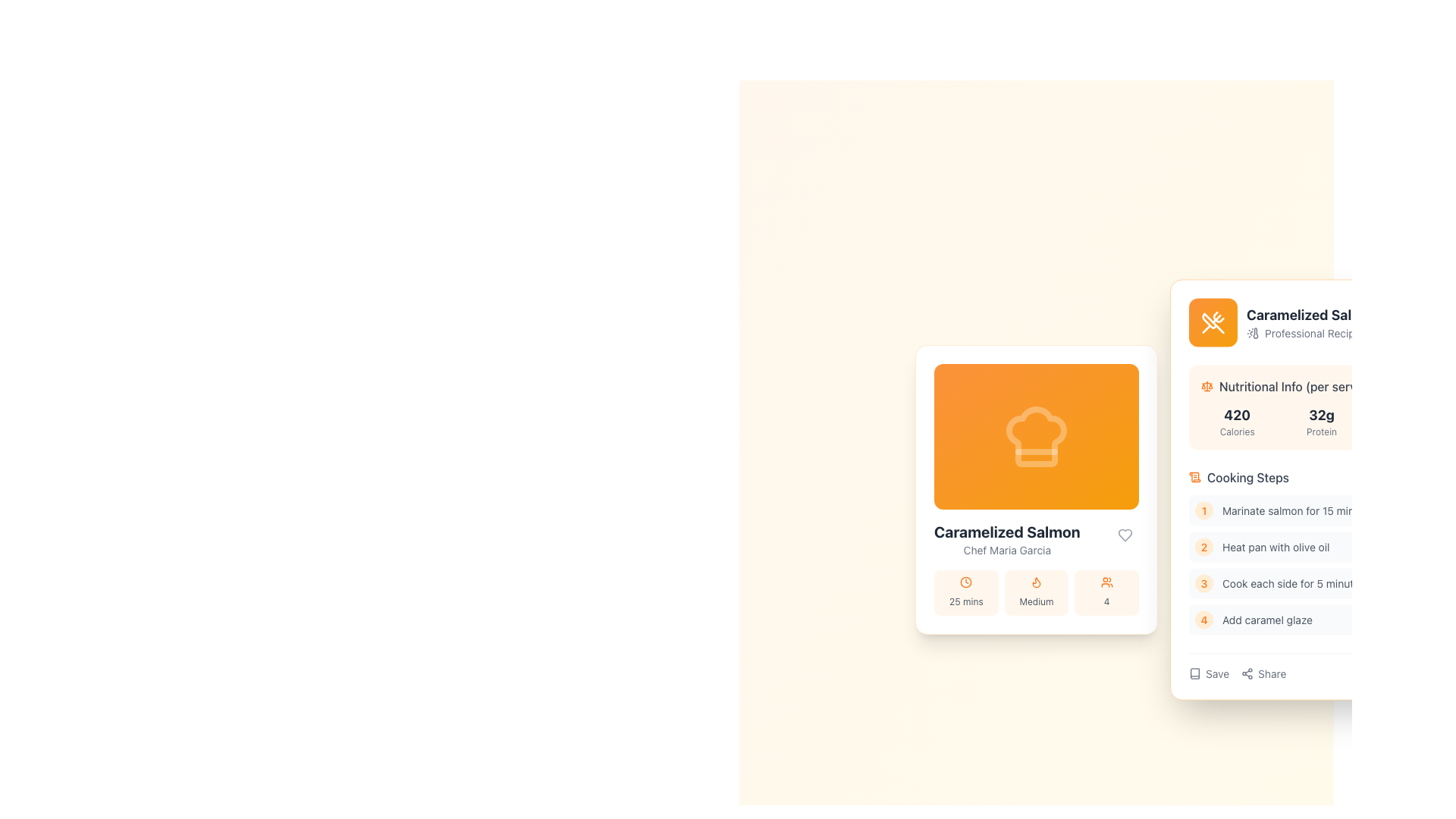 This screenshot has height=819, width=1456. I want to click on the text of the second step in the cooking guide, which is styled as a horizontal card with rounded edges and contains a numbered orange circle, so click(1320, 551).